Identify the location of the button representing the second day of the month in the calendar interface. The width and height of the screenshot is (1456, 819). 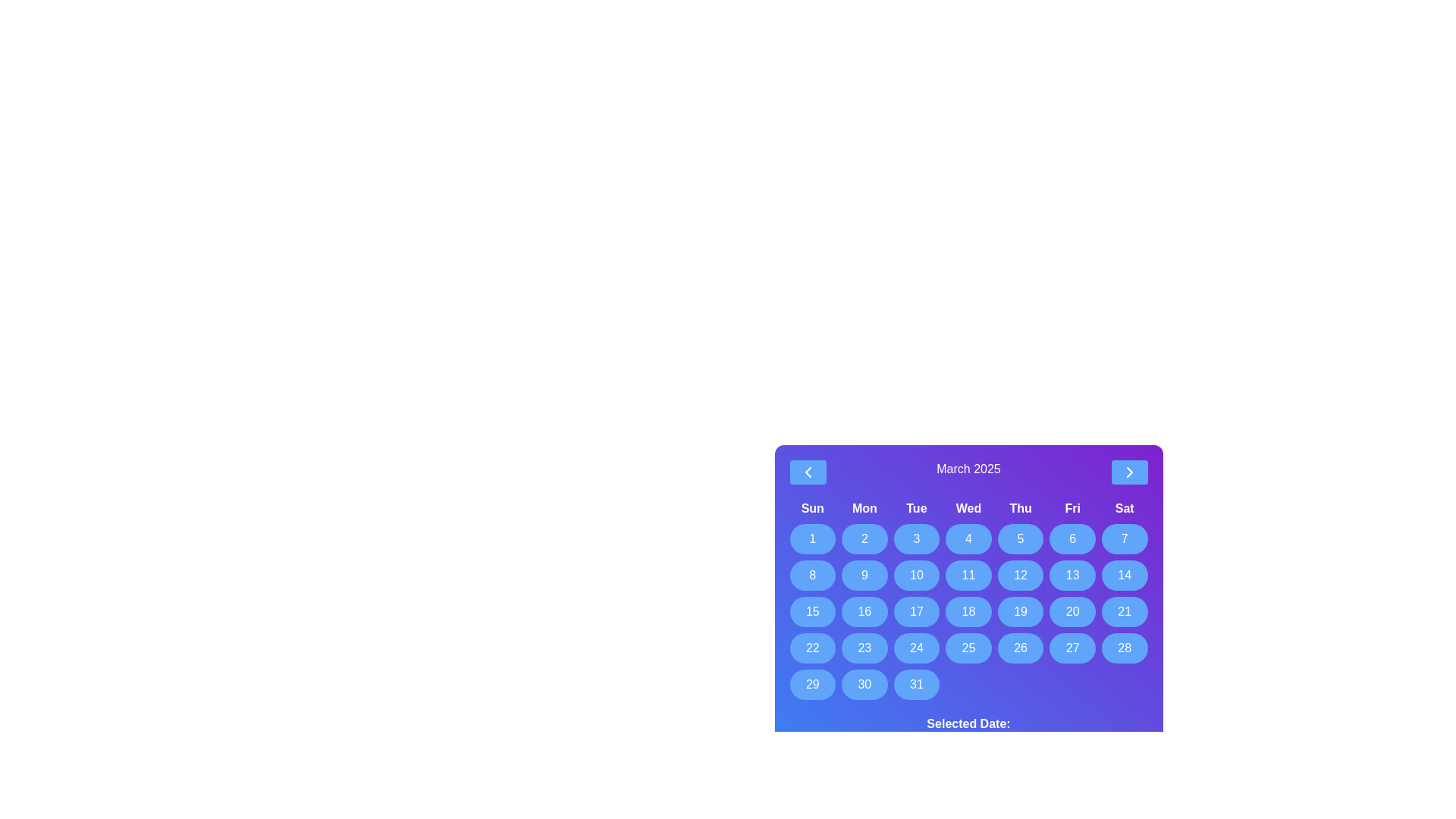
(864, 538).